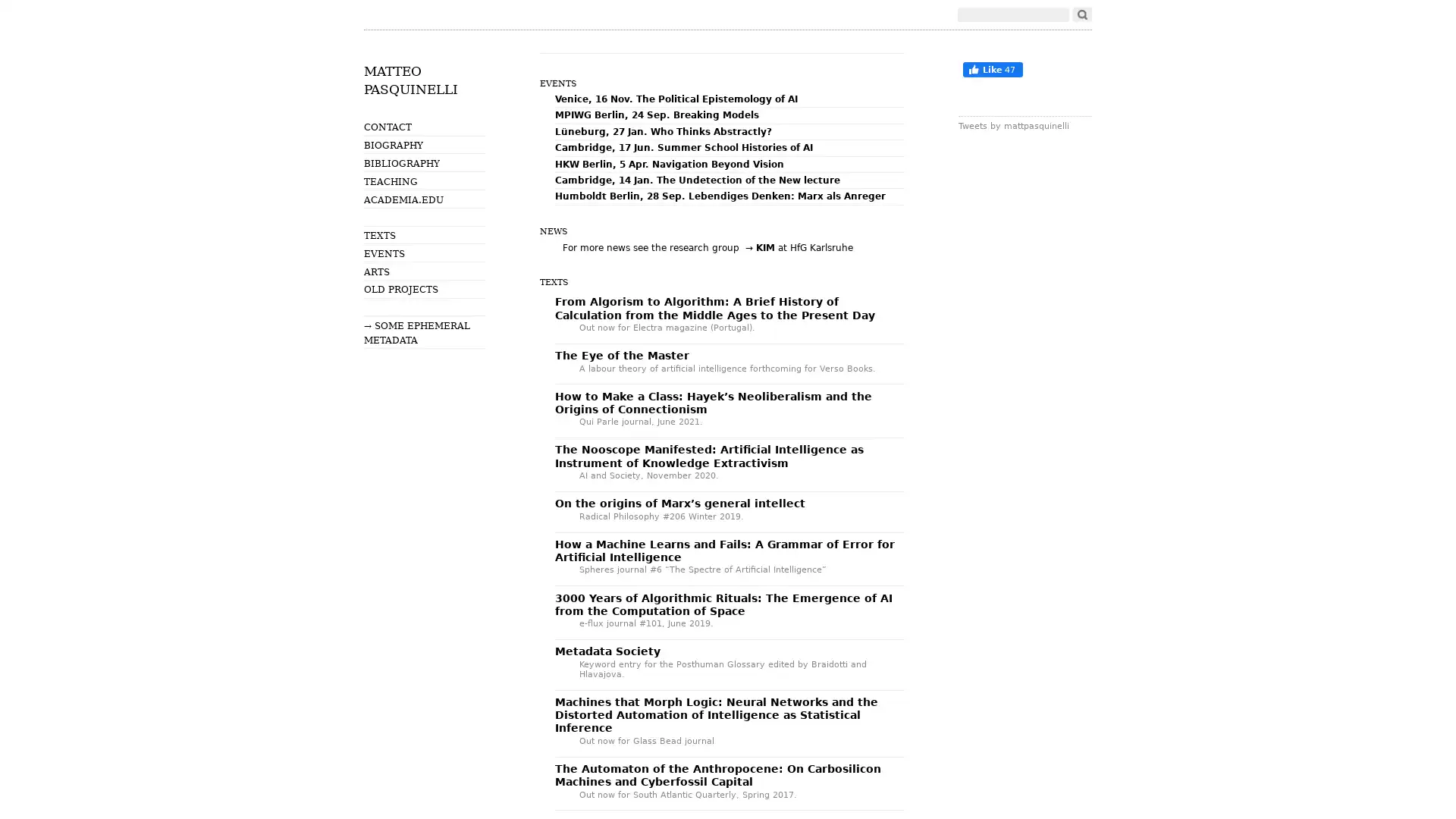 This screenshot has height=819, width=1456. Describe the element at coordinates (1081, 14) in the screenshot. I see `Go` at that location.